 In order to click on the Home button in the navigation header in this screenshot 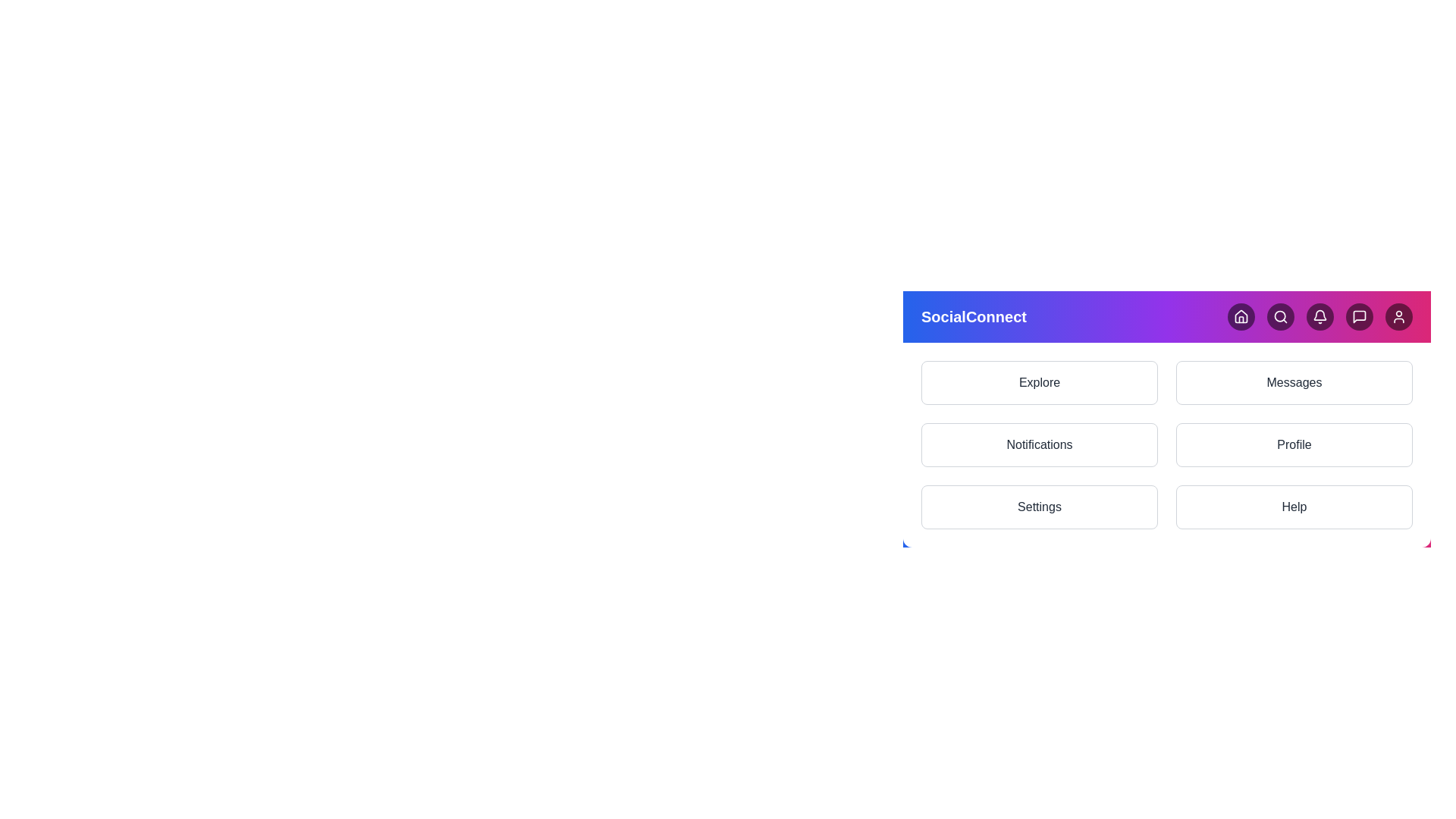, I will do `click(1241, 315)`.